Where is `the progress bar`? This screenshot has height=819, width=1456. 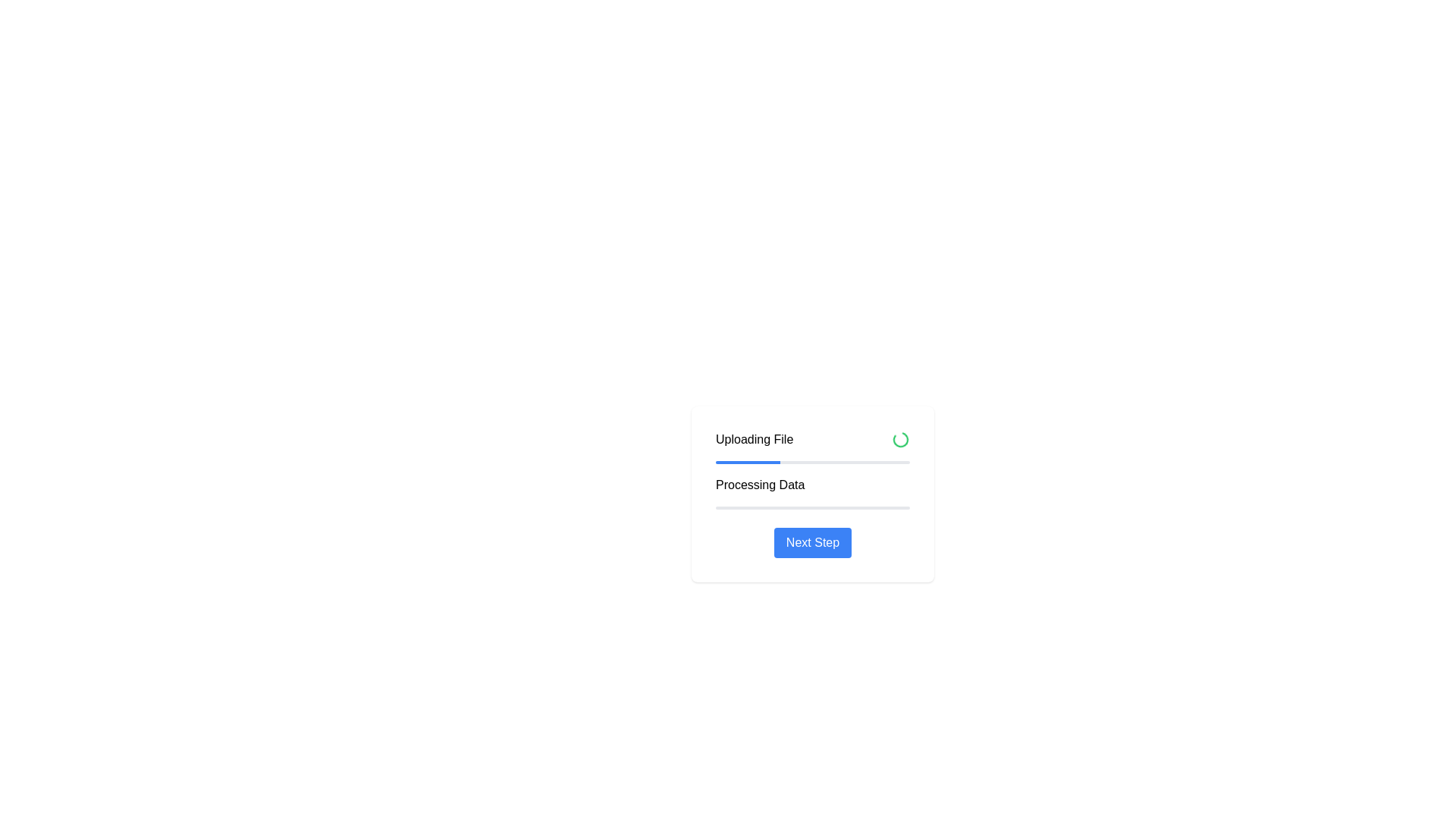 the progress bar is located at coordinates (736, 461).